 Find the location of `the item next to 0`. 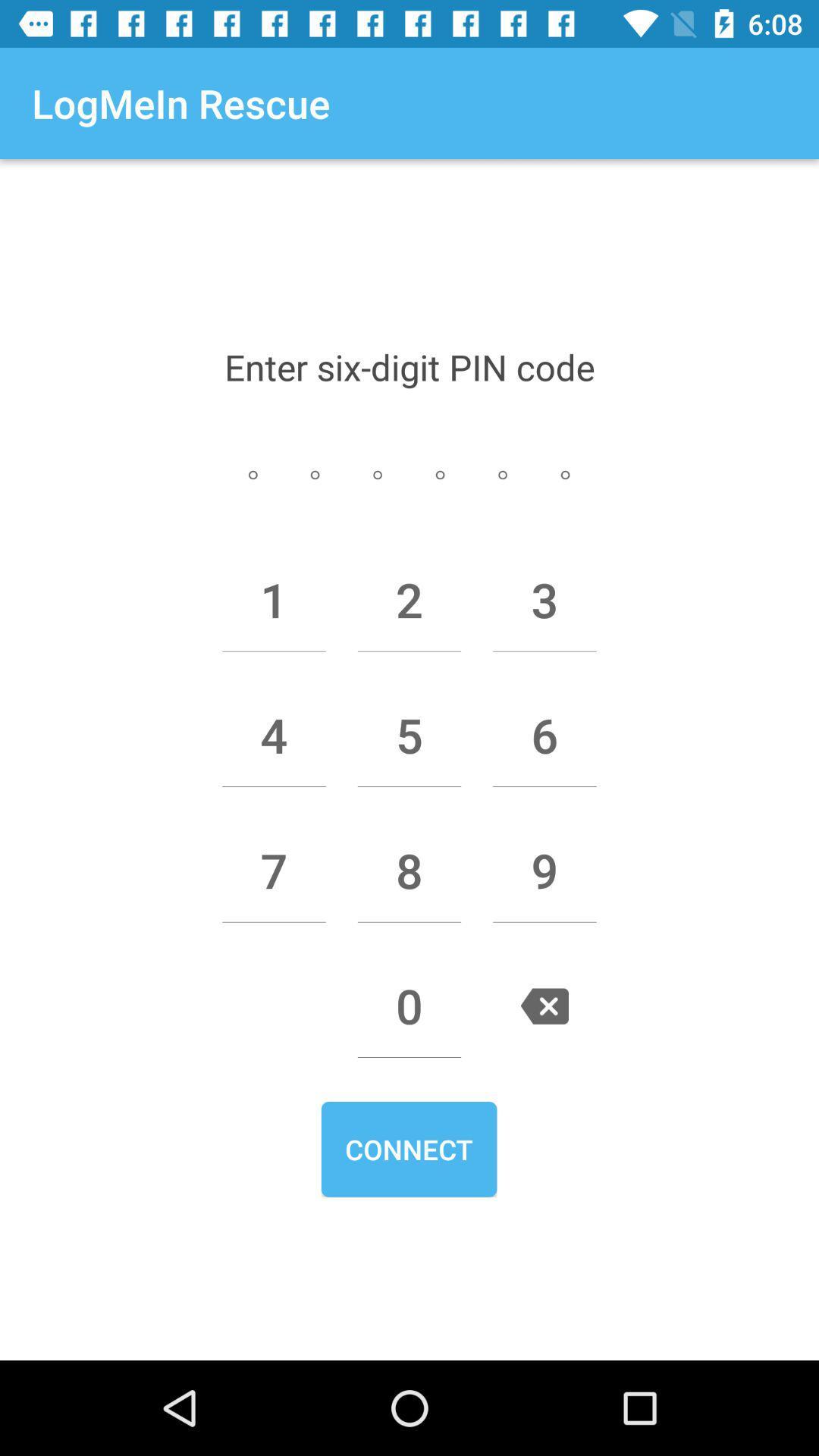

the item next to 0 is located at coordinates (544, 1006).